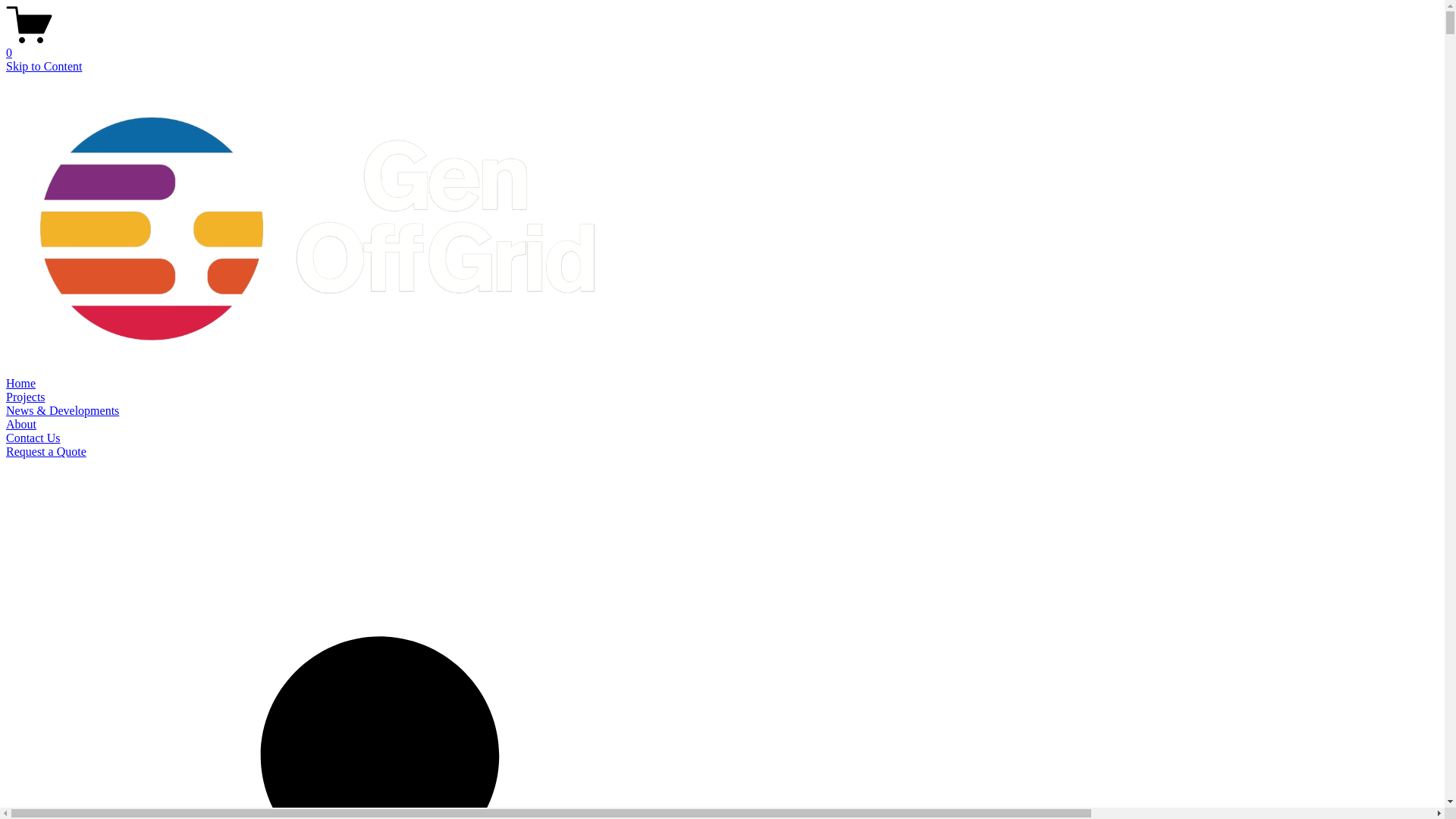 The height and width of the screenshot is (819, 1456). What do you see at coordinates (21, 424) in the screenshot?
I see `'About'` at bounding box center [21, 424].